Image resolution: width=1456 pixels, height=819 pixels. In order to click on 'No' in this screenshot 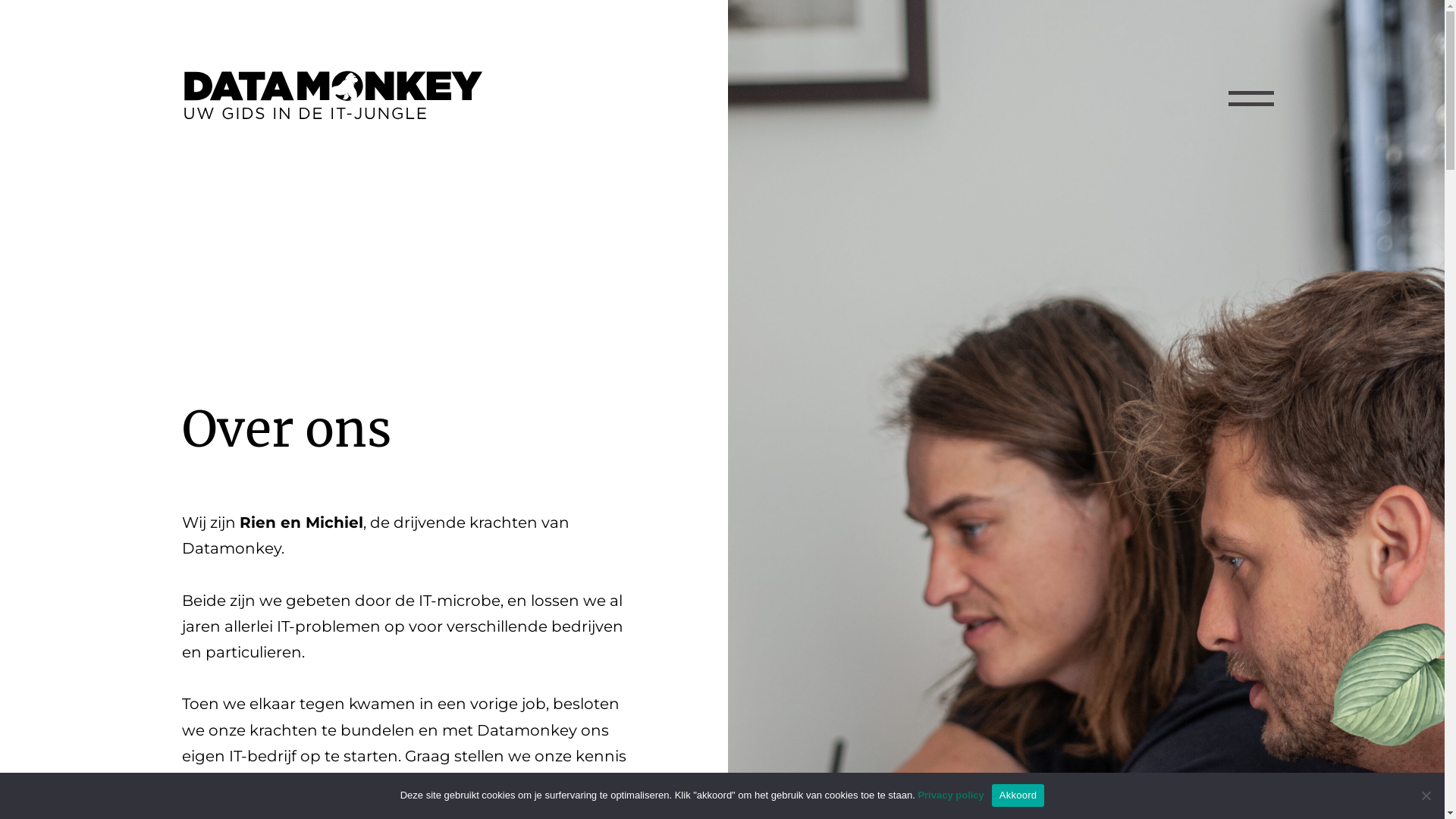, I will do `click(1425, 795)`.